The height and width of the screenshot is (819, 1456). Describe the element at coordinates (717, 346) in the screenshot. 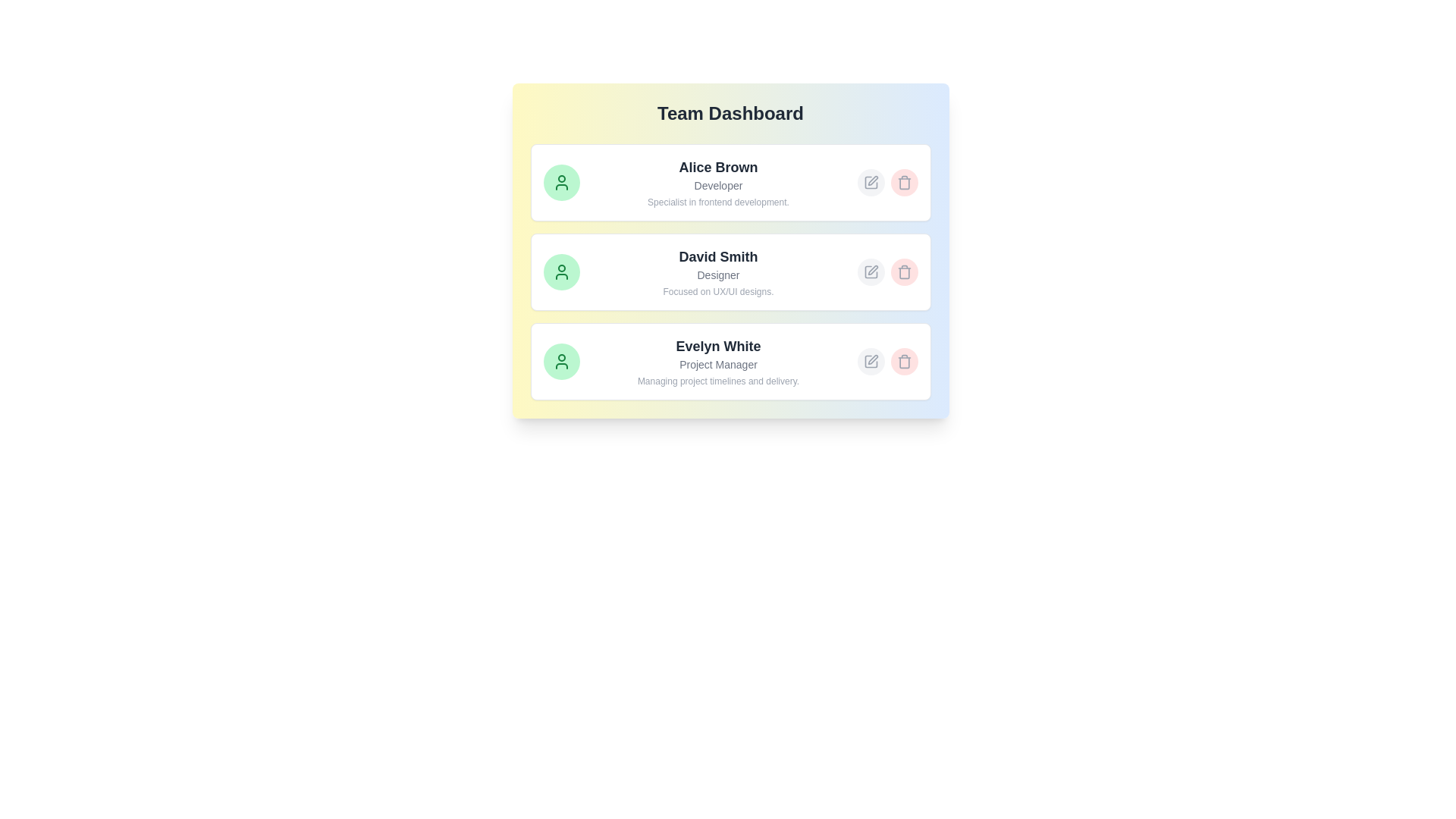

I see `text label 'Evelyn White' which is styled in bold and larger font, located in the third row of the Team Dashboard interface` at that location.